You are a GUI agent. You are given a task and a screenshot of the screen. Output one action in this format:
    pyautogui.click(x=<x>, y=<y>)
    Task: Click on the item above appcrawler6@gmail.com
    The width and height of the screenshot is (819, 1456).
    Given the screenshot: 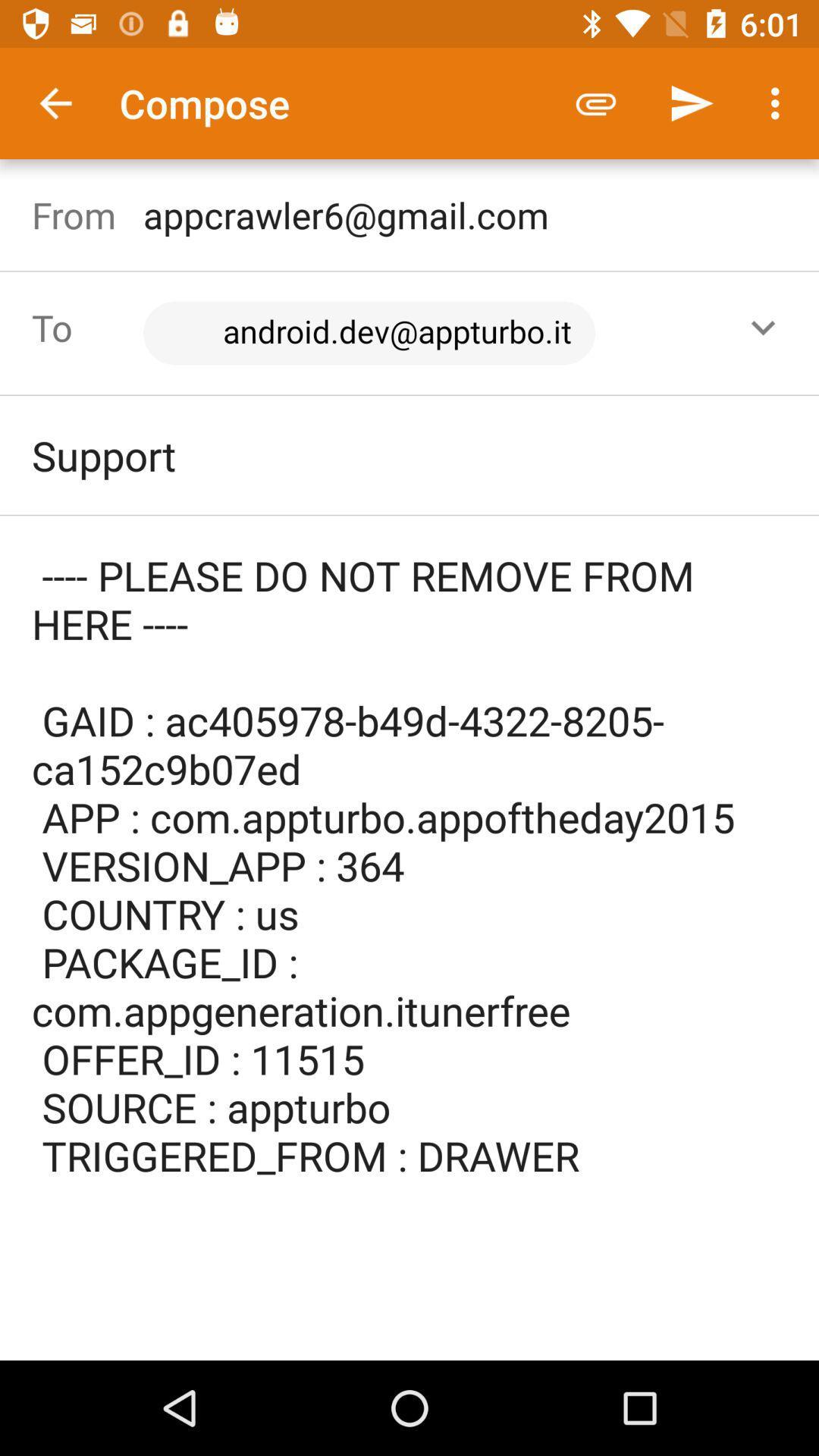 What is the action you would take?
    pyautogui.click(x=779, y=102)
    